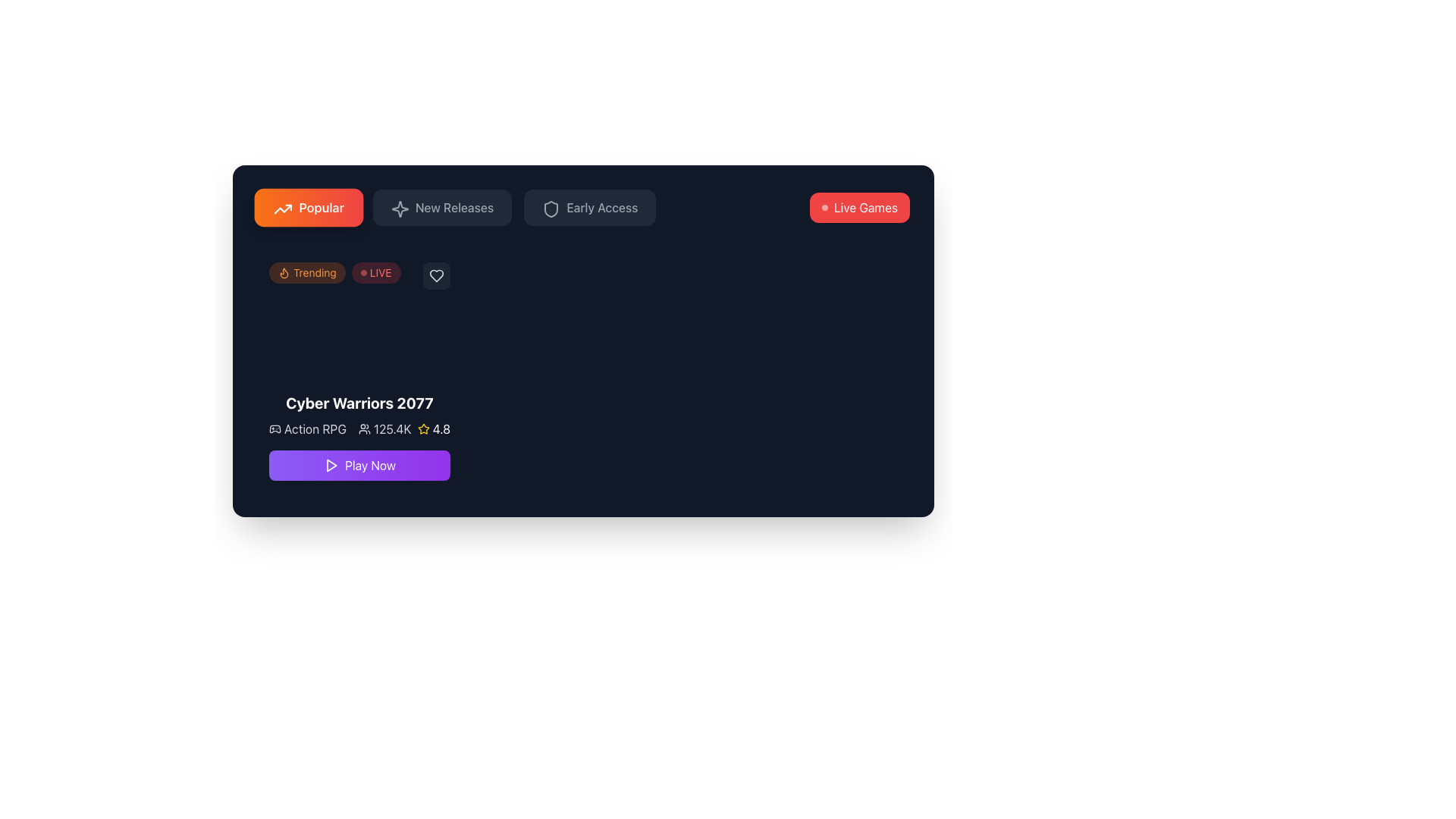  I want to click on the 'Early Access' button in the Navigation Bar, so click(582, 207).